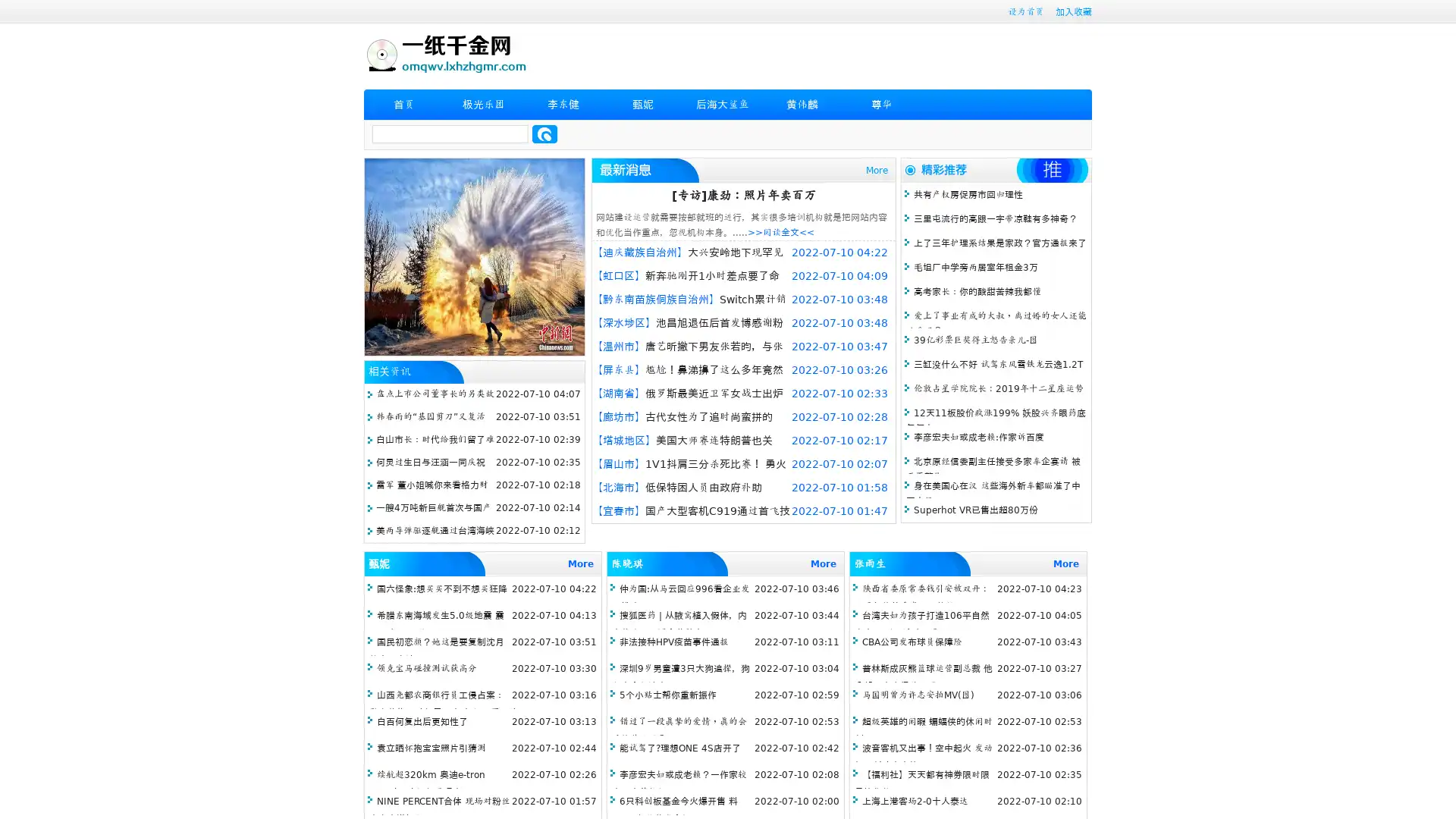  What do you see at coordinates (544, 133) in the screenshot?
I see `Search` at bounding box center [544, 133].